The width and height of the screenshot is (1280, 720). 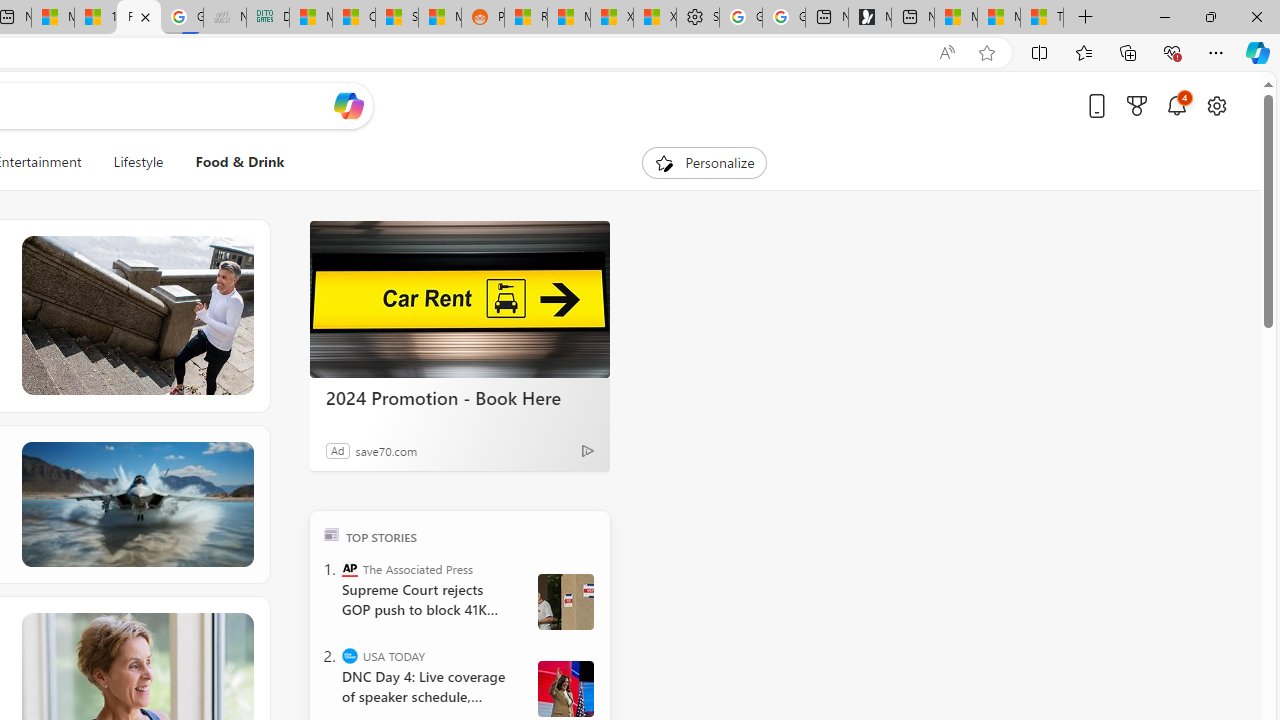 What do you see at coordinates (869, 17) in the screenshot?
I see `'Microsoft Start Gaming'` at bounding box center [869, 17].